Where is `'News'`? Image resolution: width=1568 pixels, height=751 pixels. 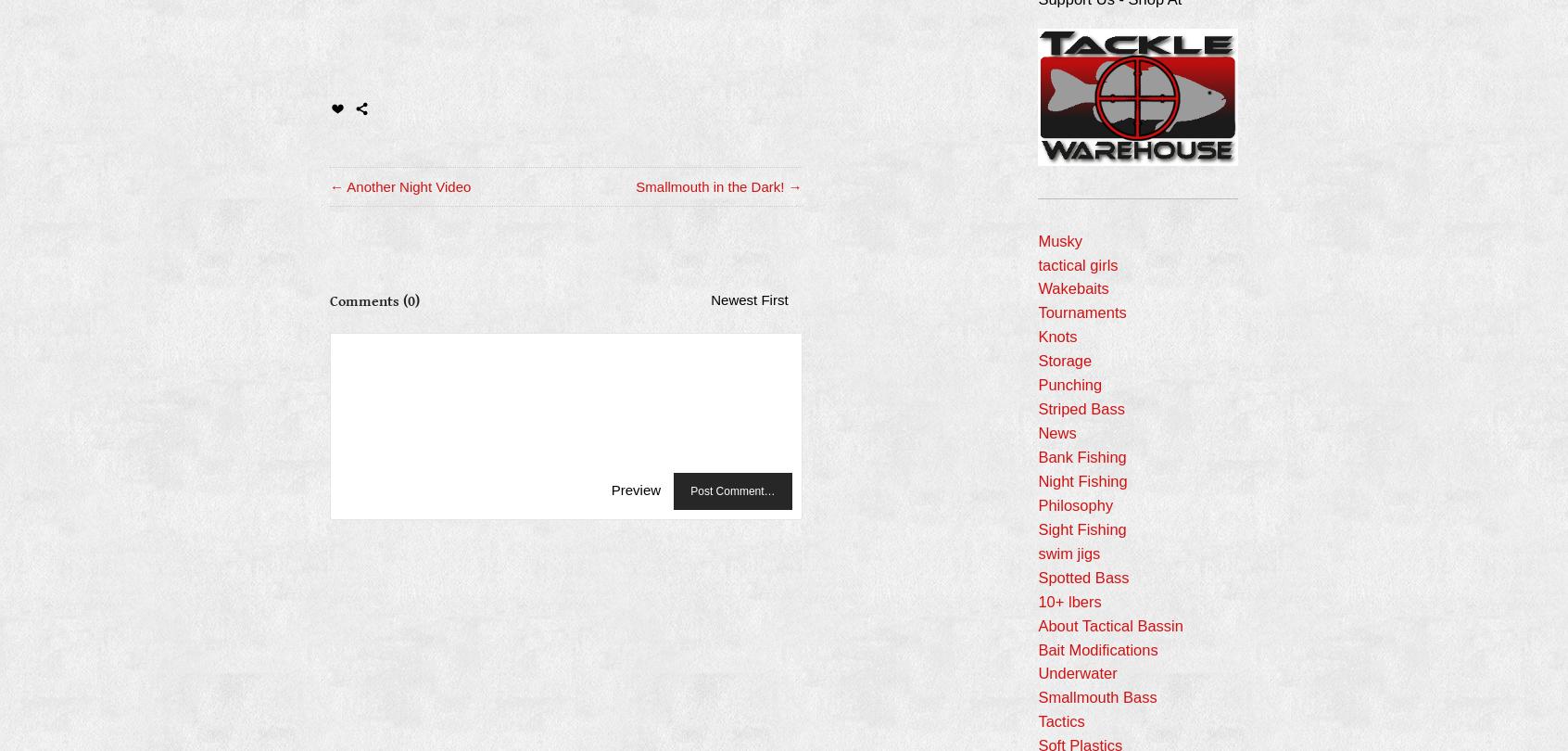 'News' is located at coordinates (1037, 432).